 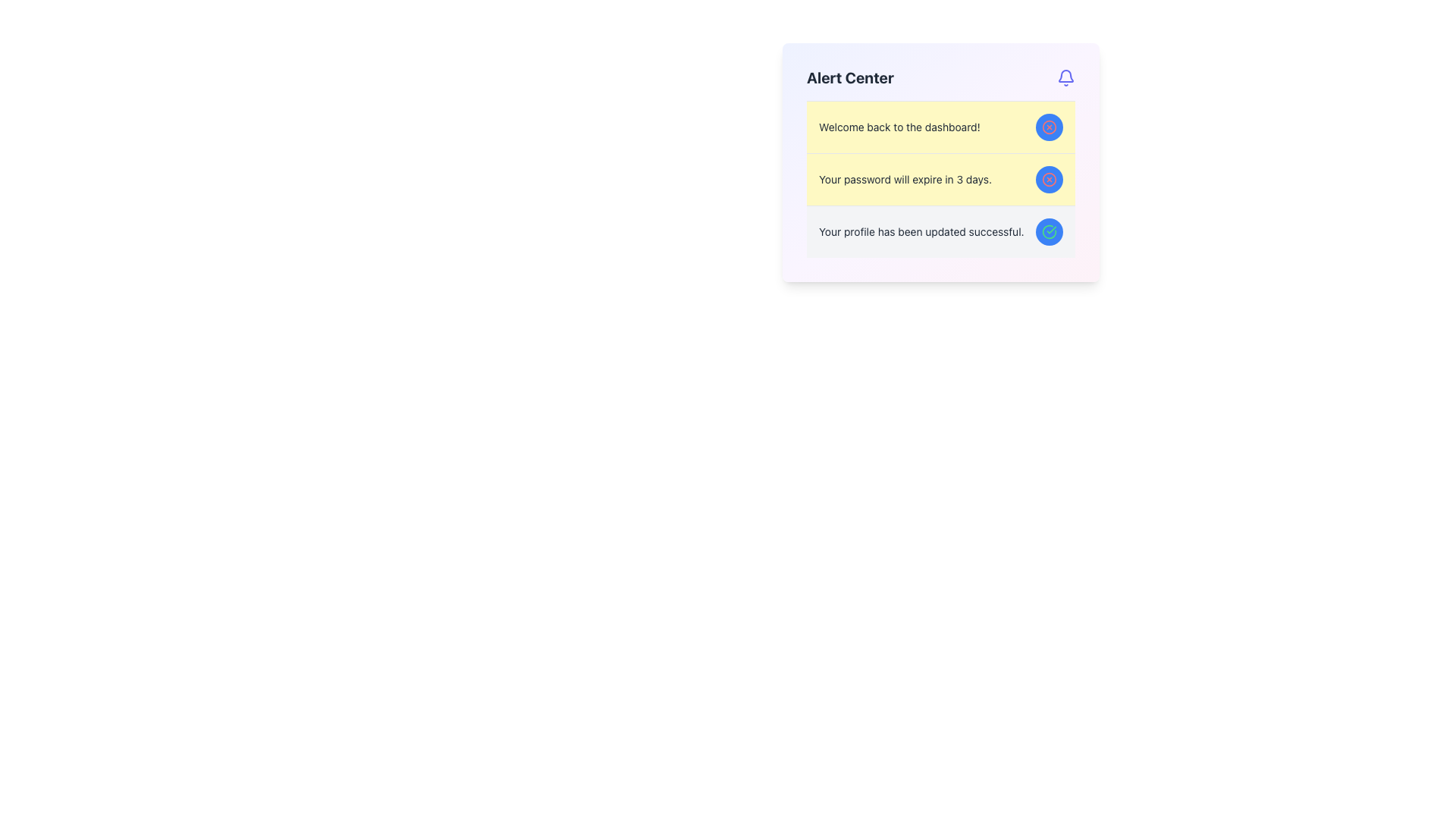 I want to click on the bold text label 'Alert Center' which is styled with a larger font size and dark gray color, positioned at the top of the section, so click(x=850, y=78).